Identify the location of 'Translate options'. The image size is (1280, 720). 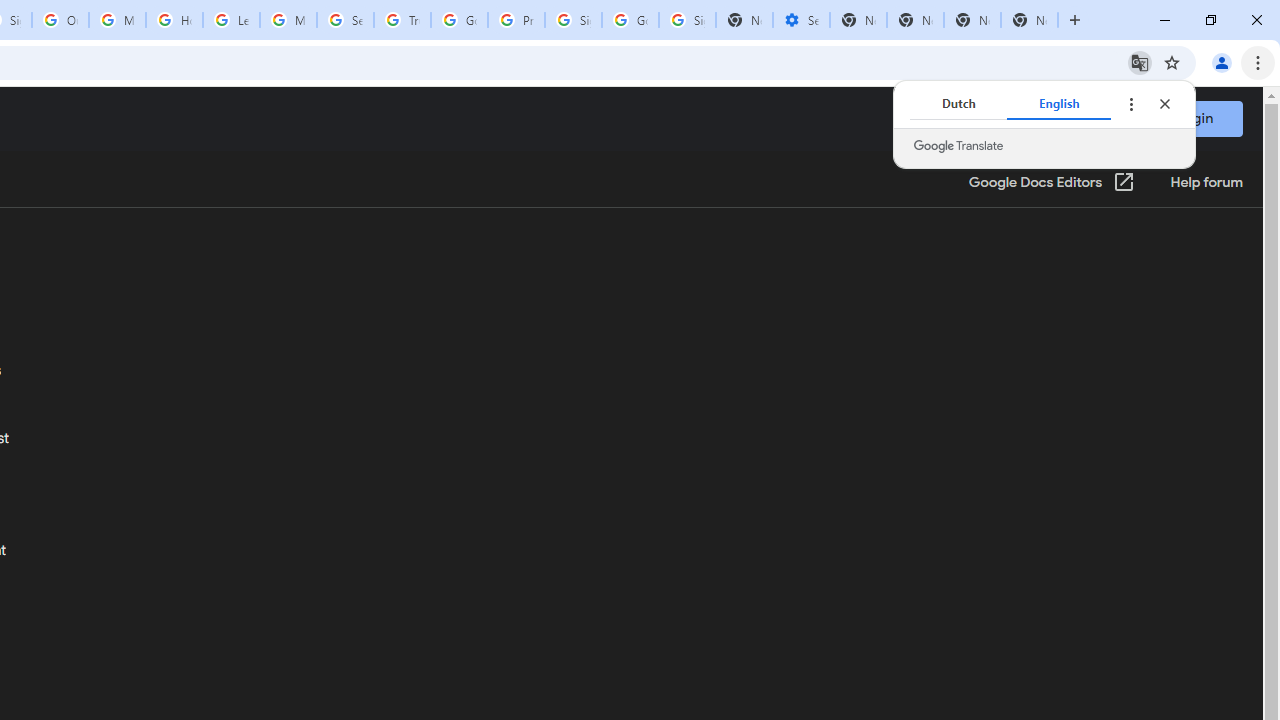
(1130, 104).